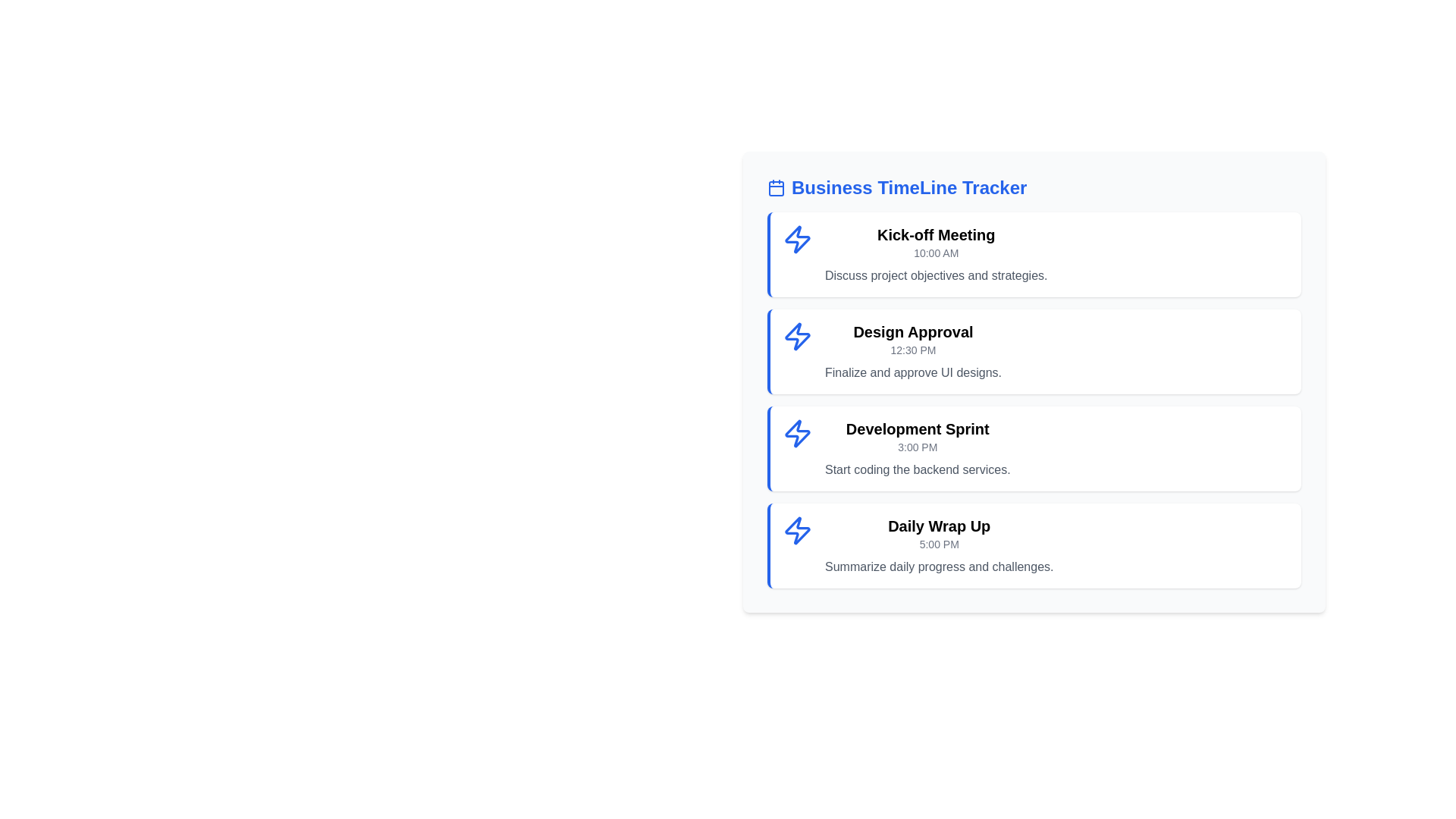  What do you see at coordinates (935, 253) in the screenshot?
I see `the static text element that displays the time for the 'Kick-off Meeting' event, located underneath the 'Kick-off Meeting' title in the timeline` at bounding box center [935, 253].